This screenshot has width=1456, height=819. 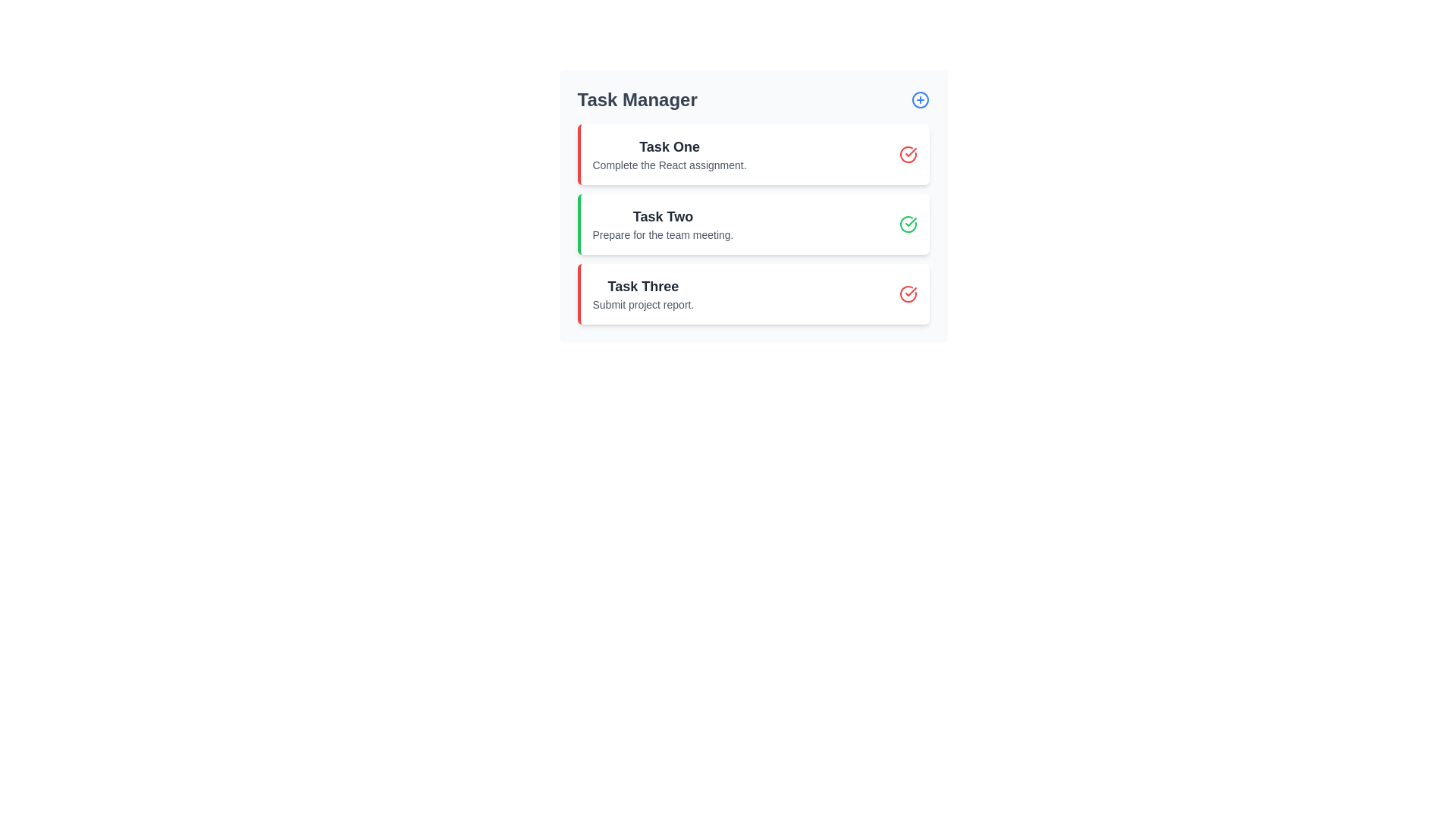 I want to click on the 'Task Manager' text heading, which is a bold and enlarged font element located at the top-left of the interface, so click(x=637, y=99).